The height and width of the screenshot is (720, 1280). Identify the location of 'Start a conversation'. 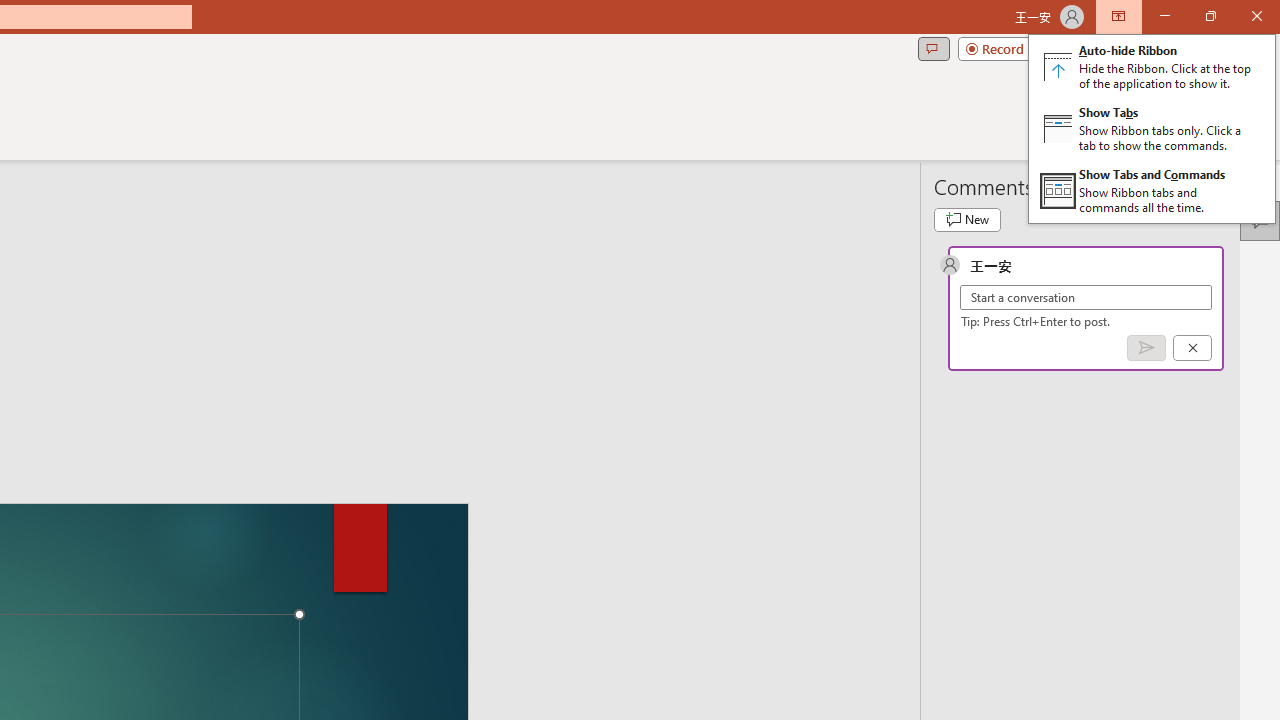
(1085, 297).